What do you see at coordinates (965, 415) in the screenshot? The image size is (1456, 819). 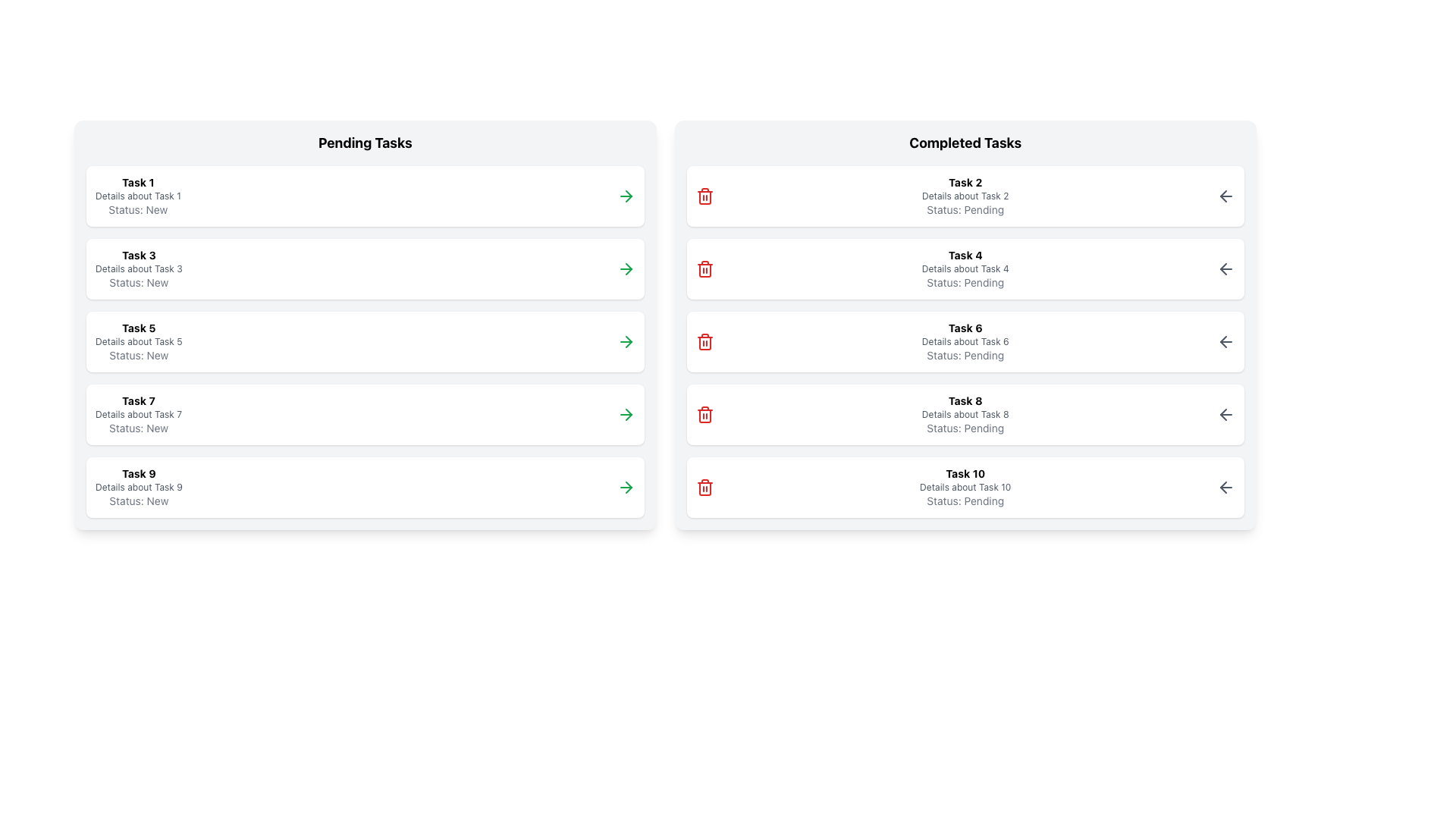 I see `text content of the text block displaying task details, which includes 'Task 8', 'Details about Task 8', and 'Status: Pending', located in the fourth item of the 'Completed Tasks' column` at bounding box center [965, 415].